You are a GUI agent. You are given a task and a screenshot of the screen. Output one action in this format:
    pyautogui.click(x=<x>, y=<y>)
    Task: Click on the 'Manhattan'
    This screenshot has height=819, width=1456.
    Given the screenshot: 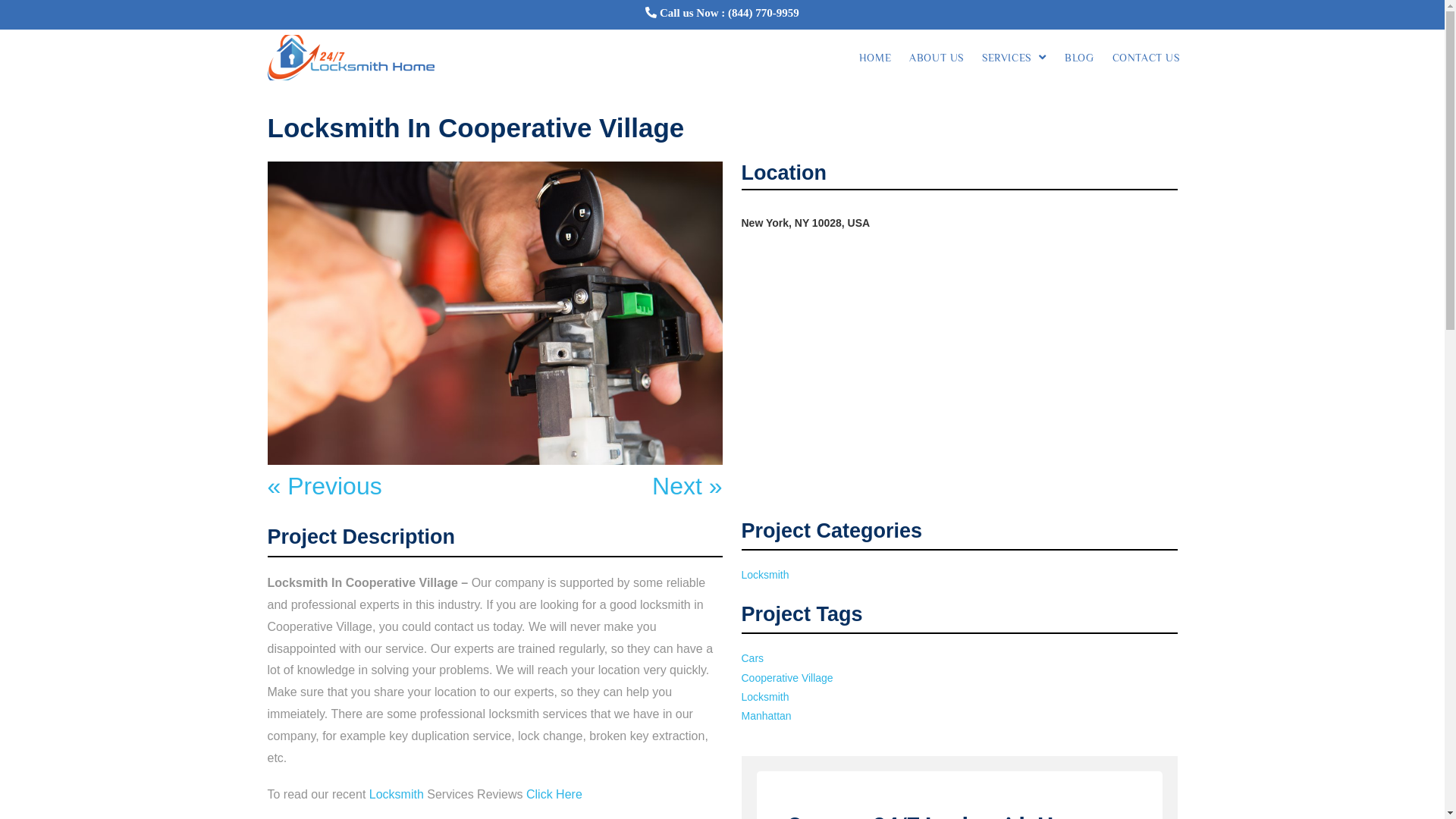 What is the action you would take?
    pyautogui.click(x=767, y=716)
    